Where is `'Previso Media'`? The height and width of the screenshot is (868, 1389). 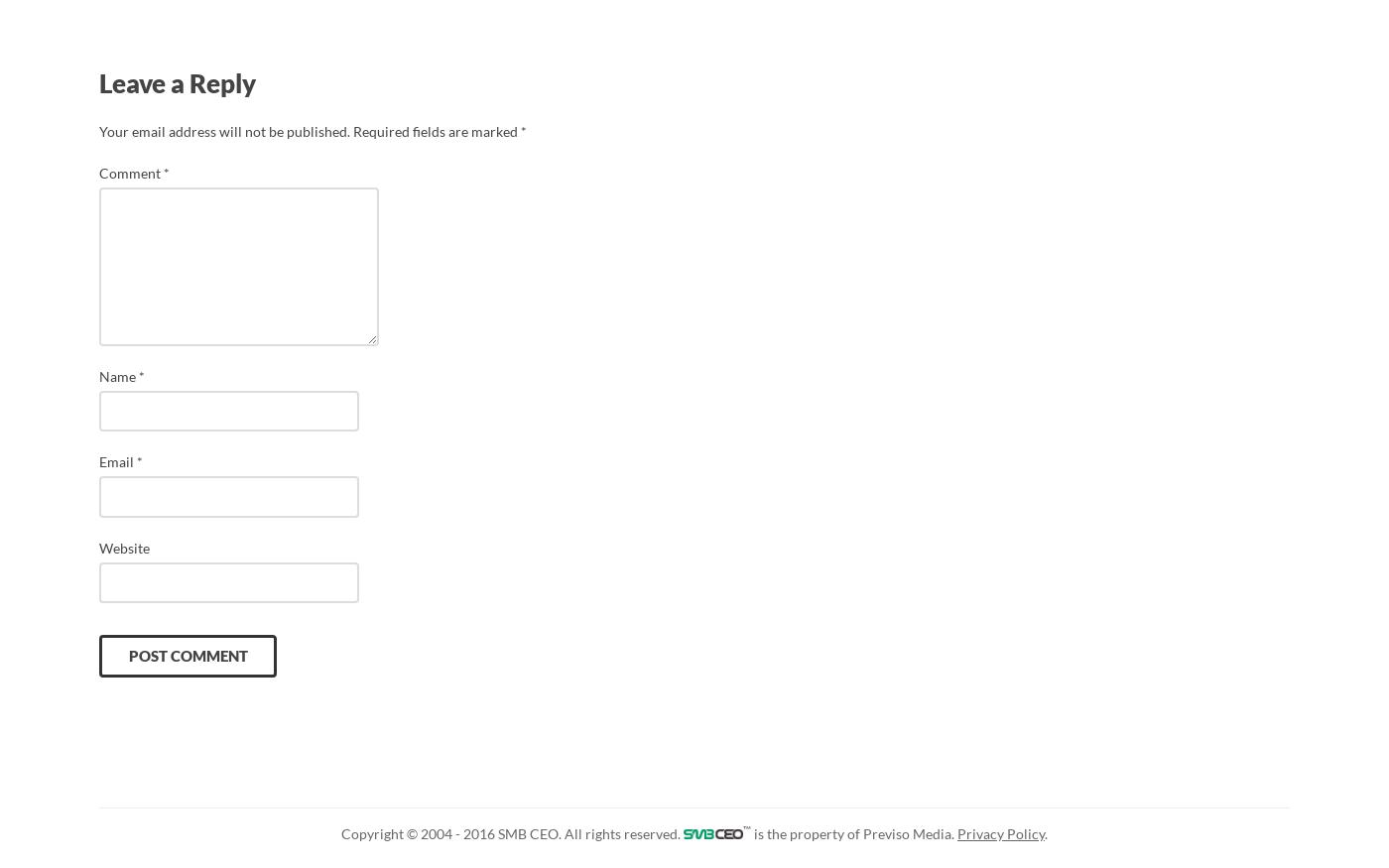 'Previso Media' is located at coordinates (861, 833).